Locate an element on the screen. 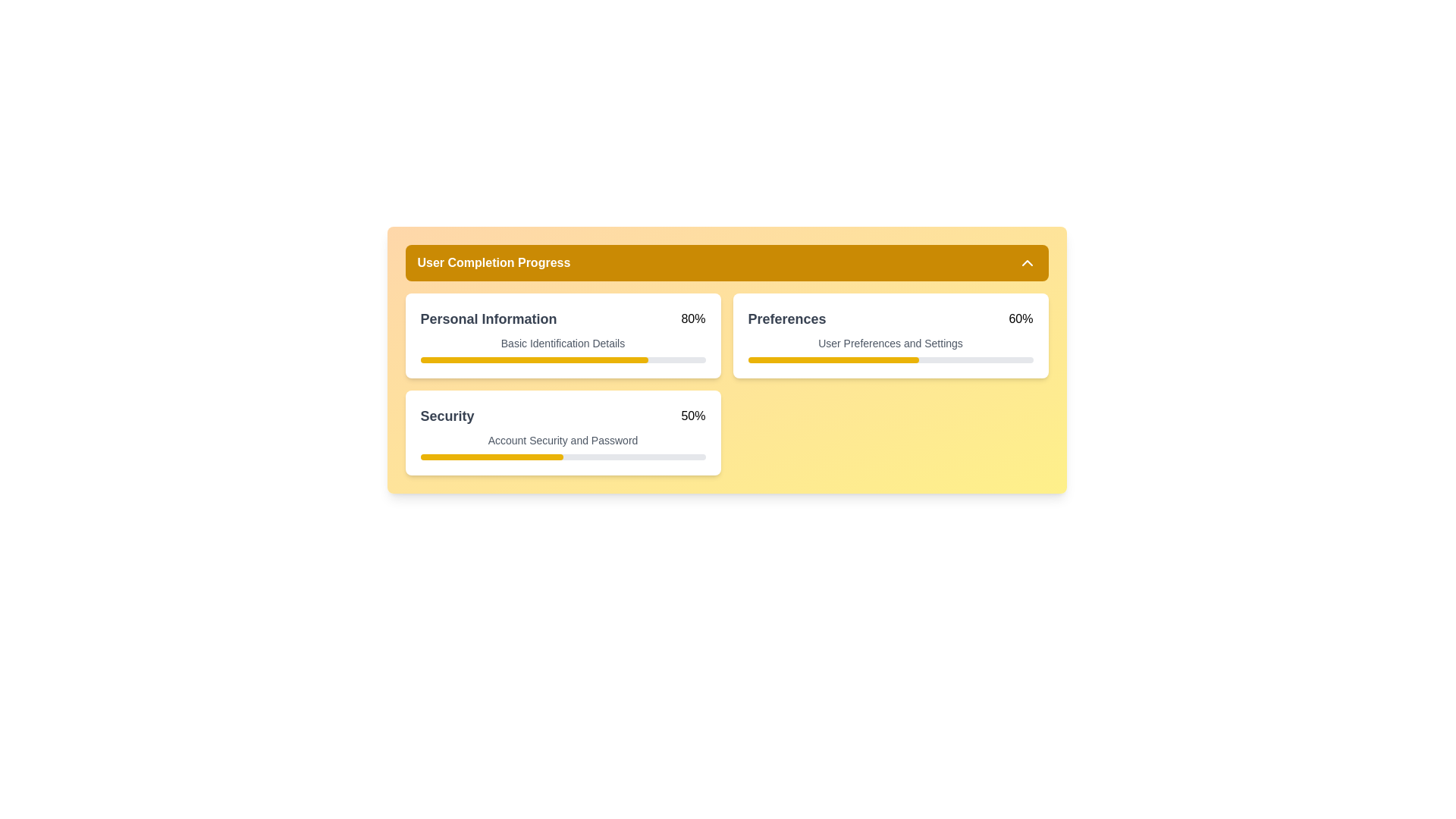 Image resolution: width=1456 pixels, height=819 pixels. the text label that indicates the user completion progress at the top left of the progress dashboard is located at coordinates (494, 262).